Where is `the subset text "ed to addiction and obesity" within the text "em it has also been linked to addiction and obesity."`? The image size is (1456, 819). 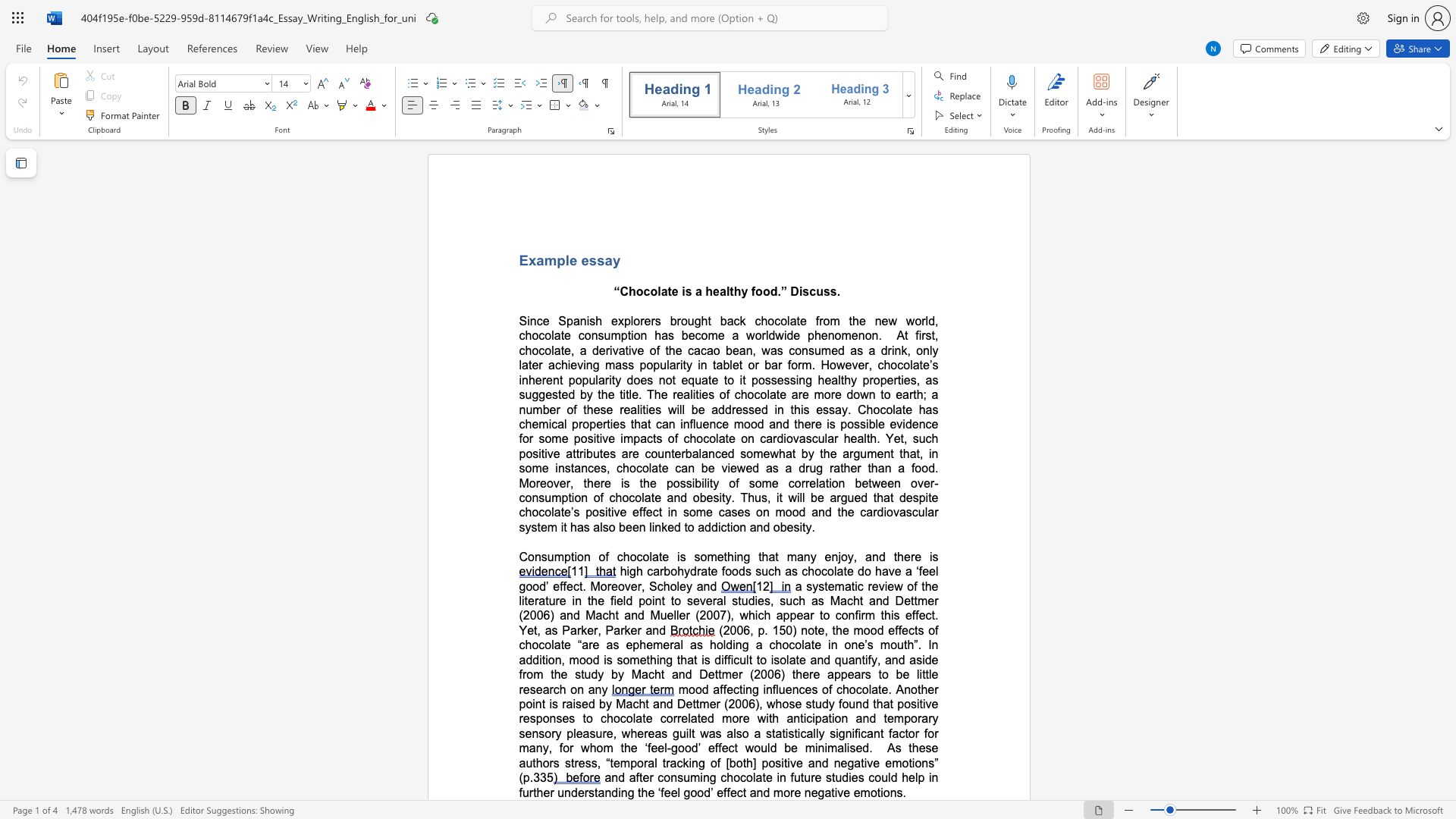
the subset text "ed to addiction and obesity" within the text "em it has also been linked to addiction and obesity." is located at coordinates (667, 526).